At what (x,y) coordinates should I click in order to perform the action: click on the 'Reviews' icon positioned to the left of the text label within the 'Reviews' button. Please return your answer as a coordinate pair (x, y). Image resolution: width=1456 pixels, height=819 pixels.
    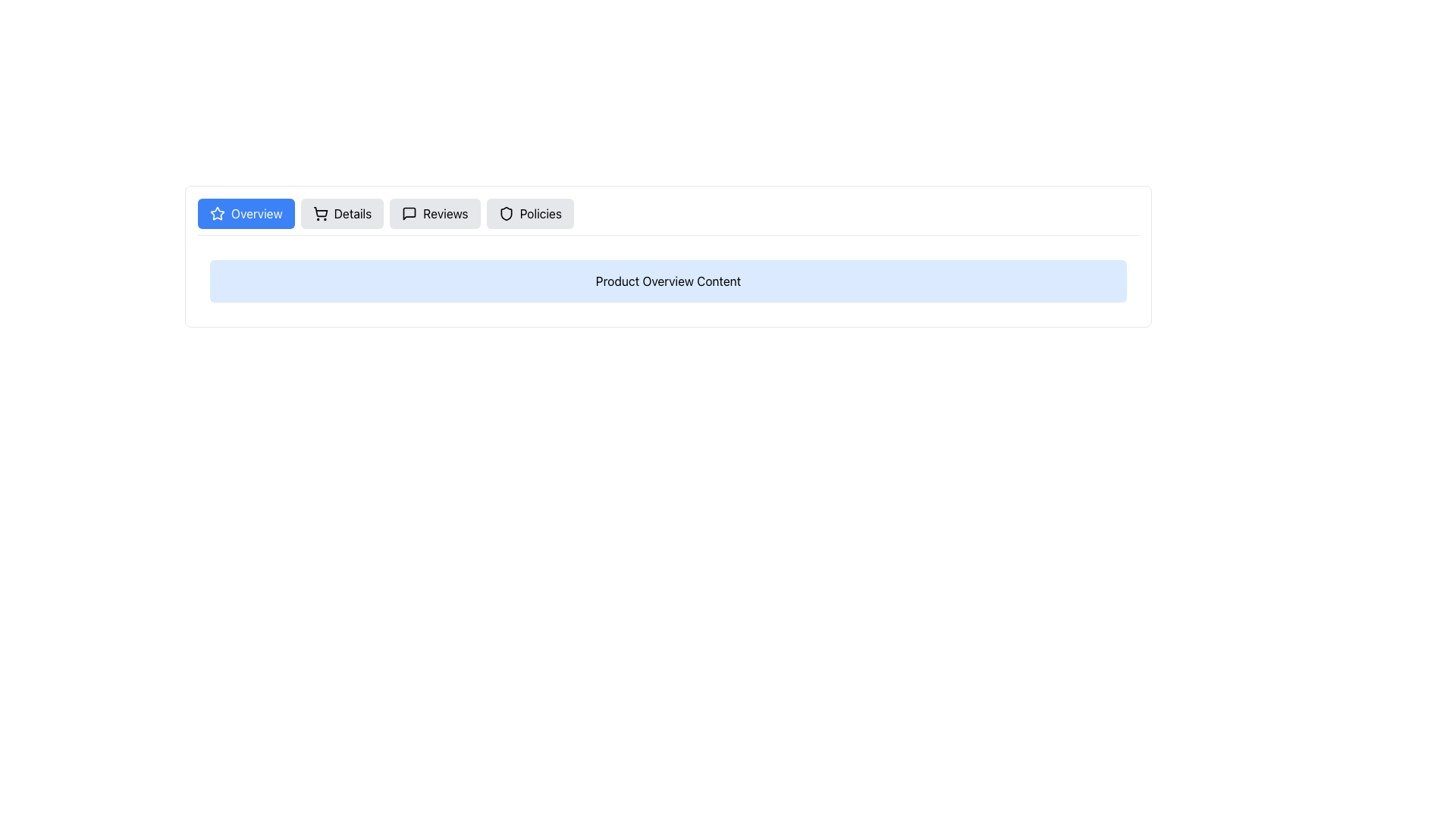
    Looking at the image, I should click on (409, 213).